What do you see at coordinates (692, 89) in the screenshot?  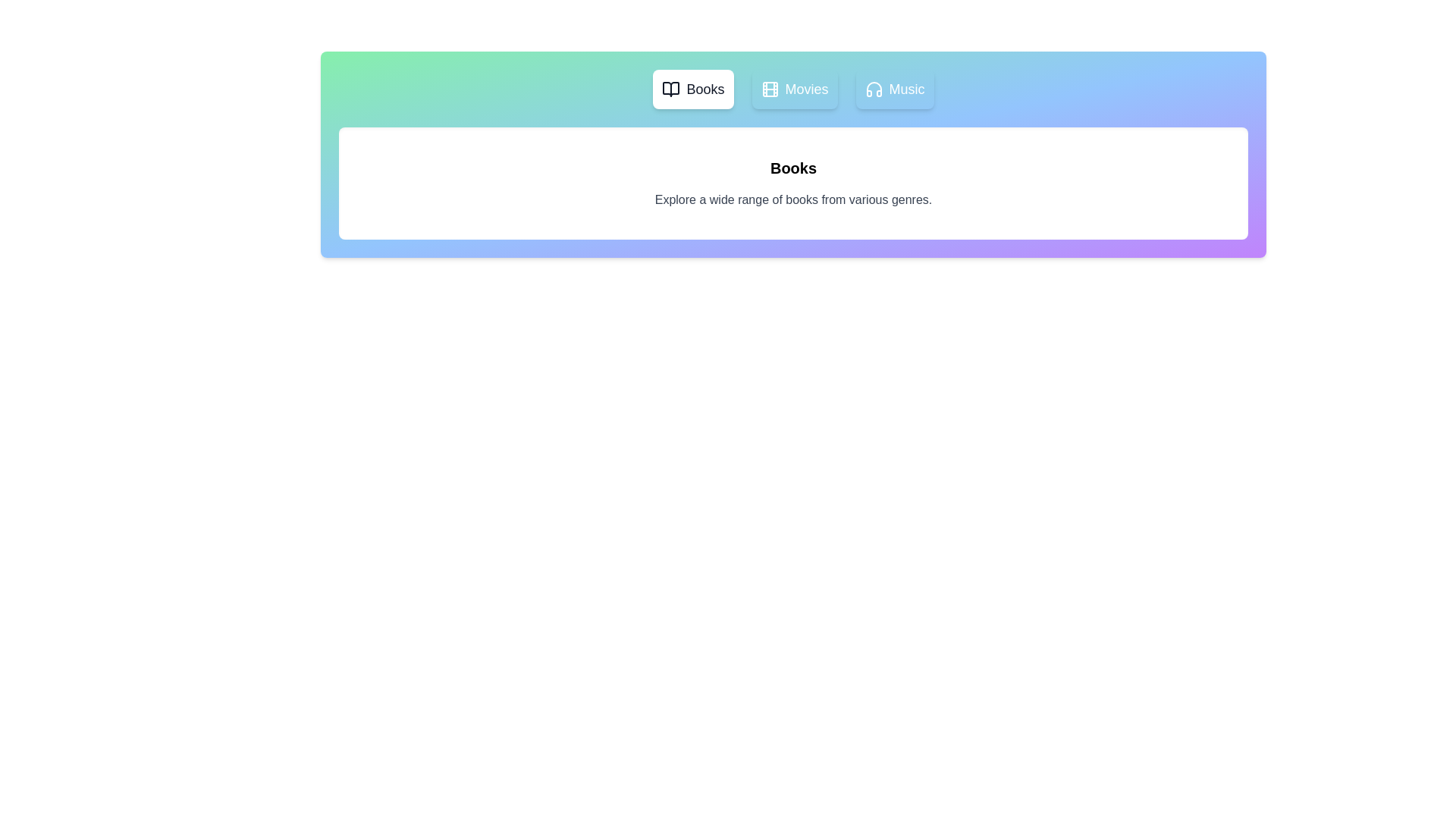 I see `the tab labeled Books` at bounding box center [692, 89].